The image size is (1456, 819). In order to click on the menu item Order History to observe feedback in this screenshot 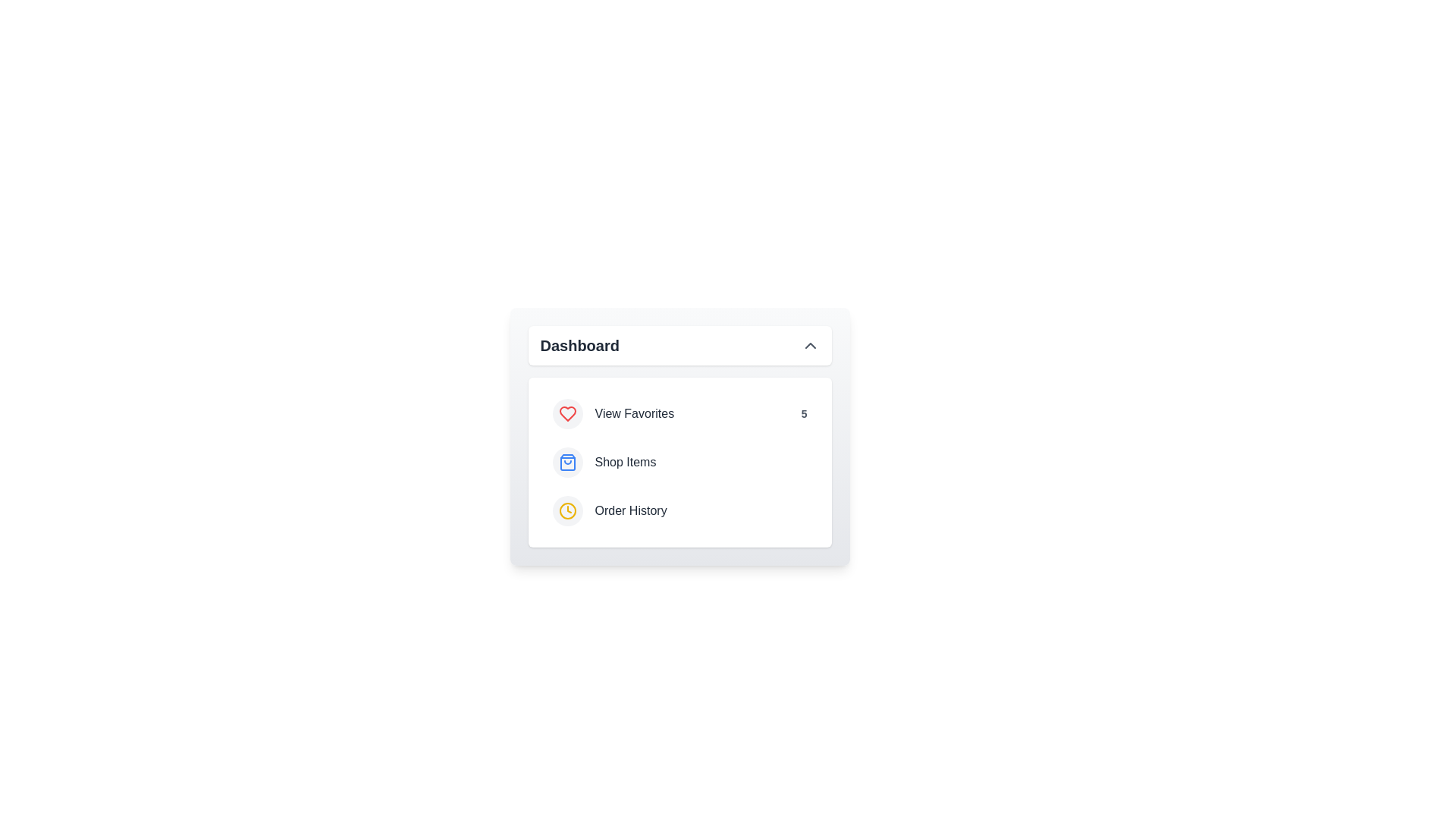, I will do `click(679, 511)`.